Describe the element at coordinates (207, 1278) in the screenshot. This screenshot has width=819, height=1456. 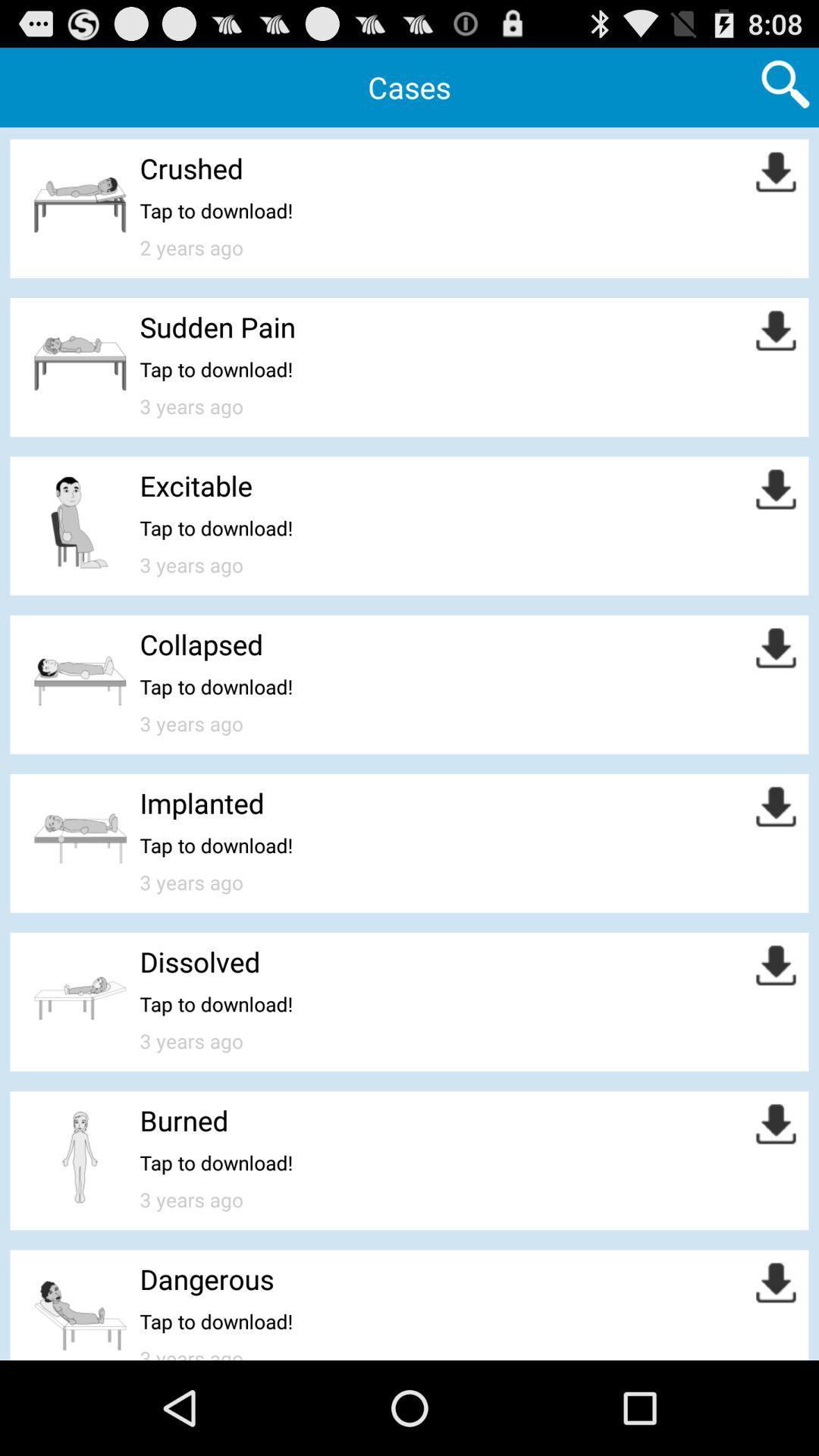
I see `dangerous icon` at that location.